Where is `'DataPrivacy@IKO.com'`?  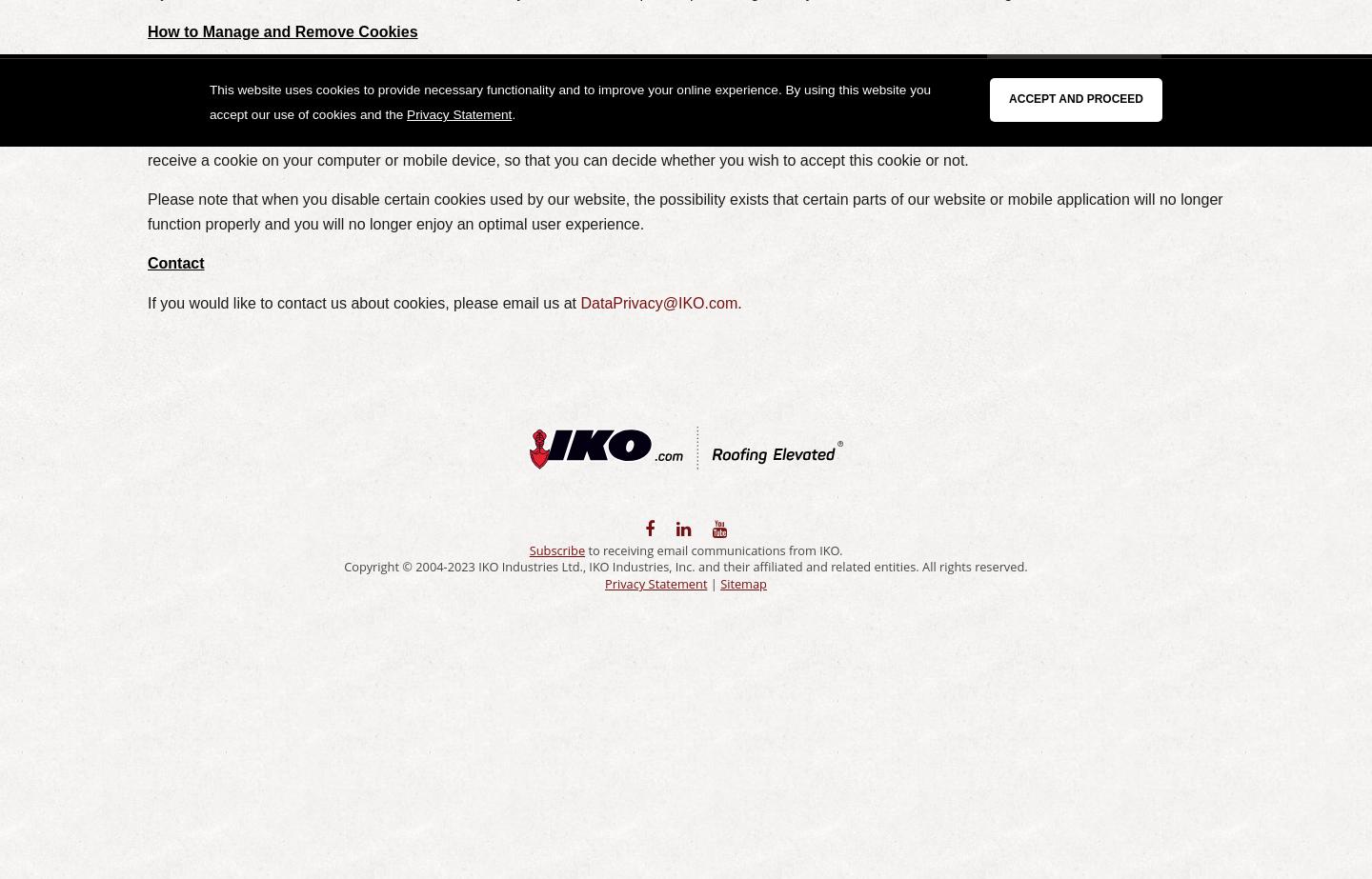
'DataPrivacy@IKO.com' is located at coordinates (658, 303).